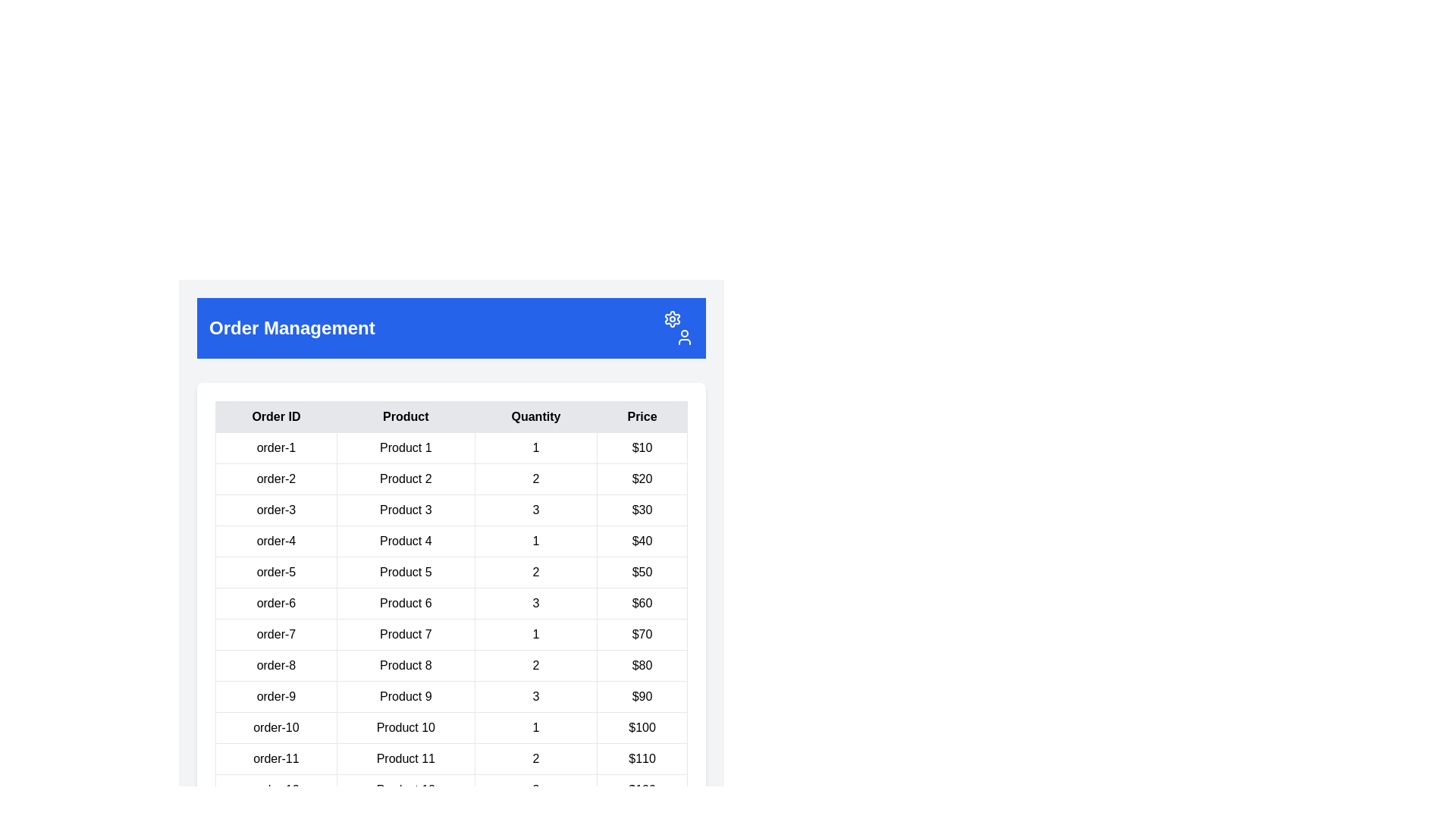 The image size is (1456, 819). I want to click on text displayed in the quantity cell located in the third column of the ninth row of the table, positioned between 'Product 9' and '$90', so click(535, 696).